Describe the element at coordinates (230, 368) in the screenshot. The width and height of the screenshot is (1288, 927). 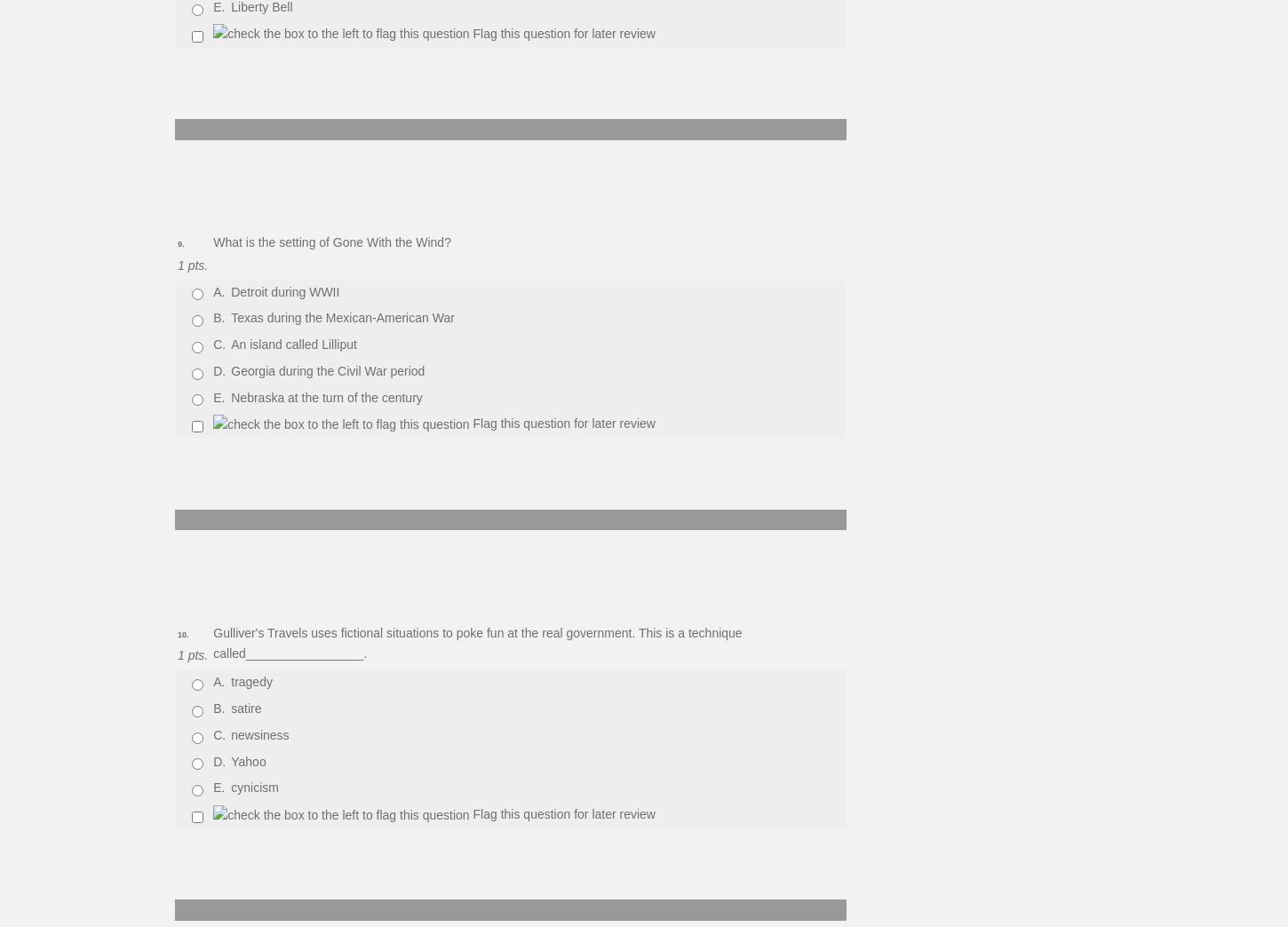
I see `'Georgia during the Civil War period'` at that location.